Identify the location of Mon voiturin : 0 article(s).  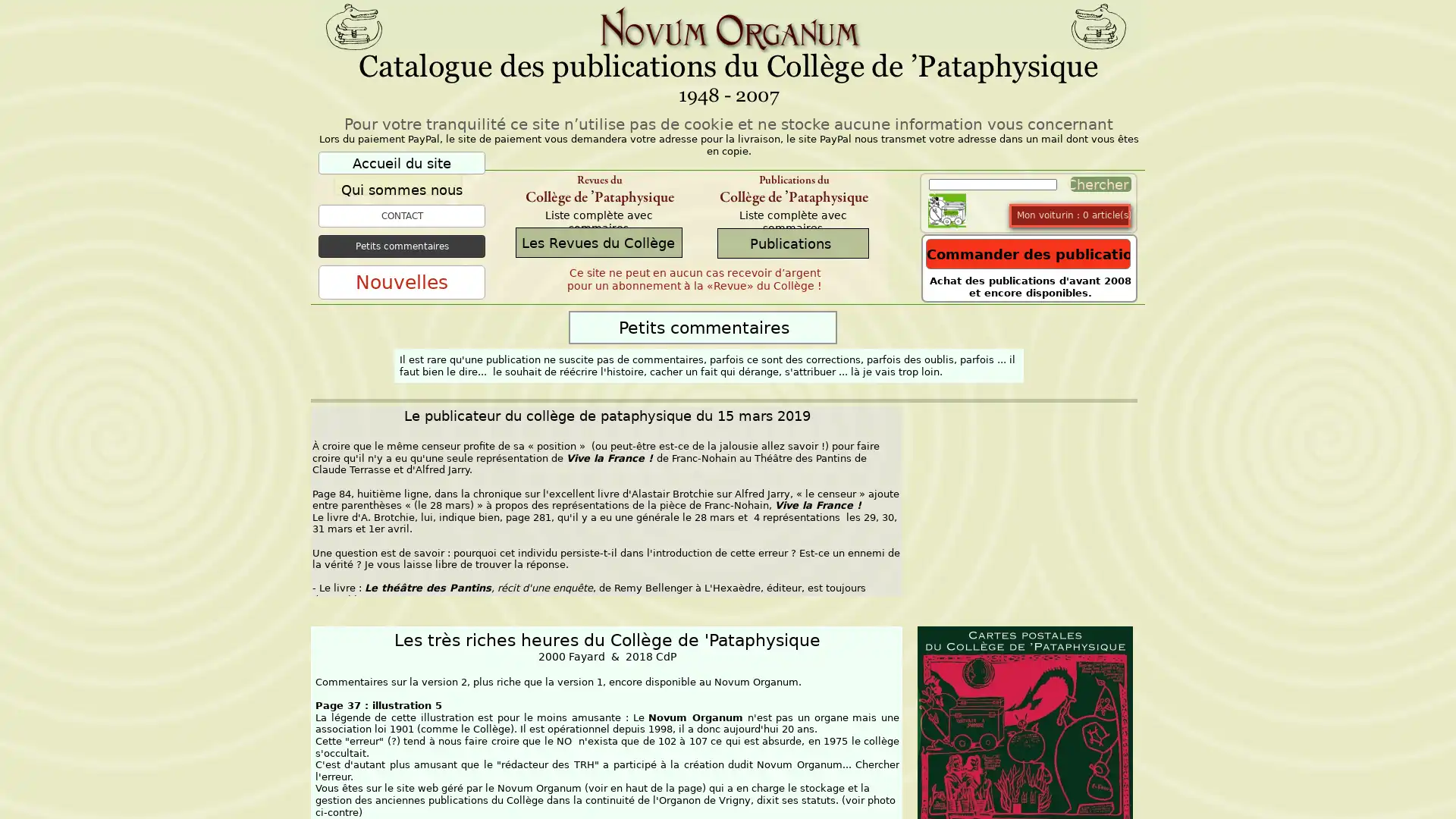
(1073, 215).